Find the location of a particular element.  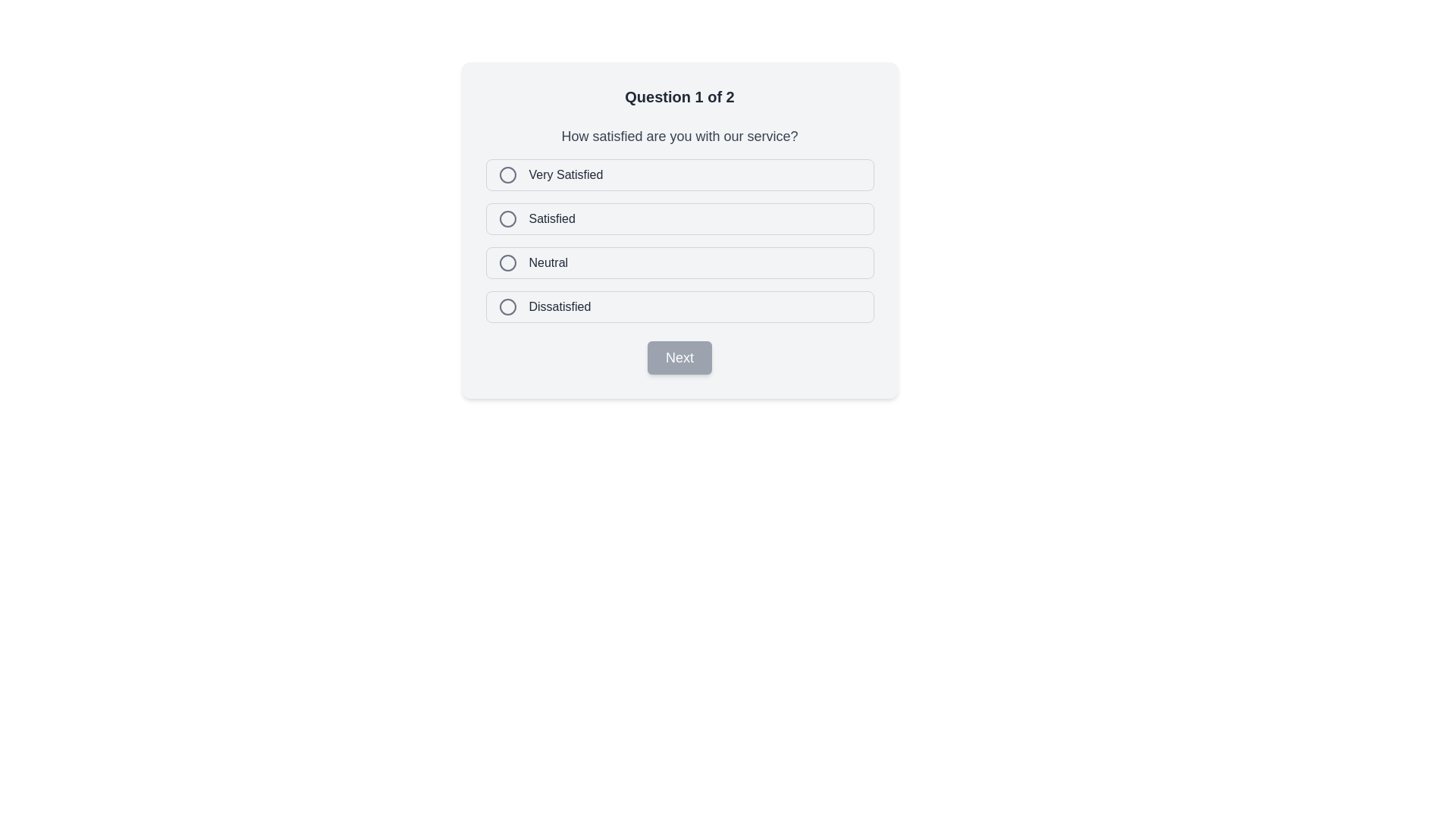

the 'Dissatisfied' radio button indicator using keyboard navigation is located at coordinates (507, 307).